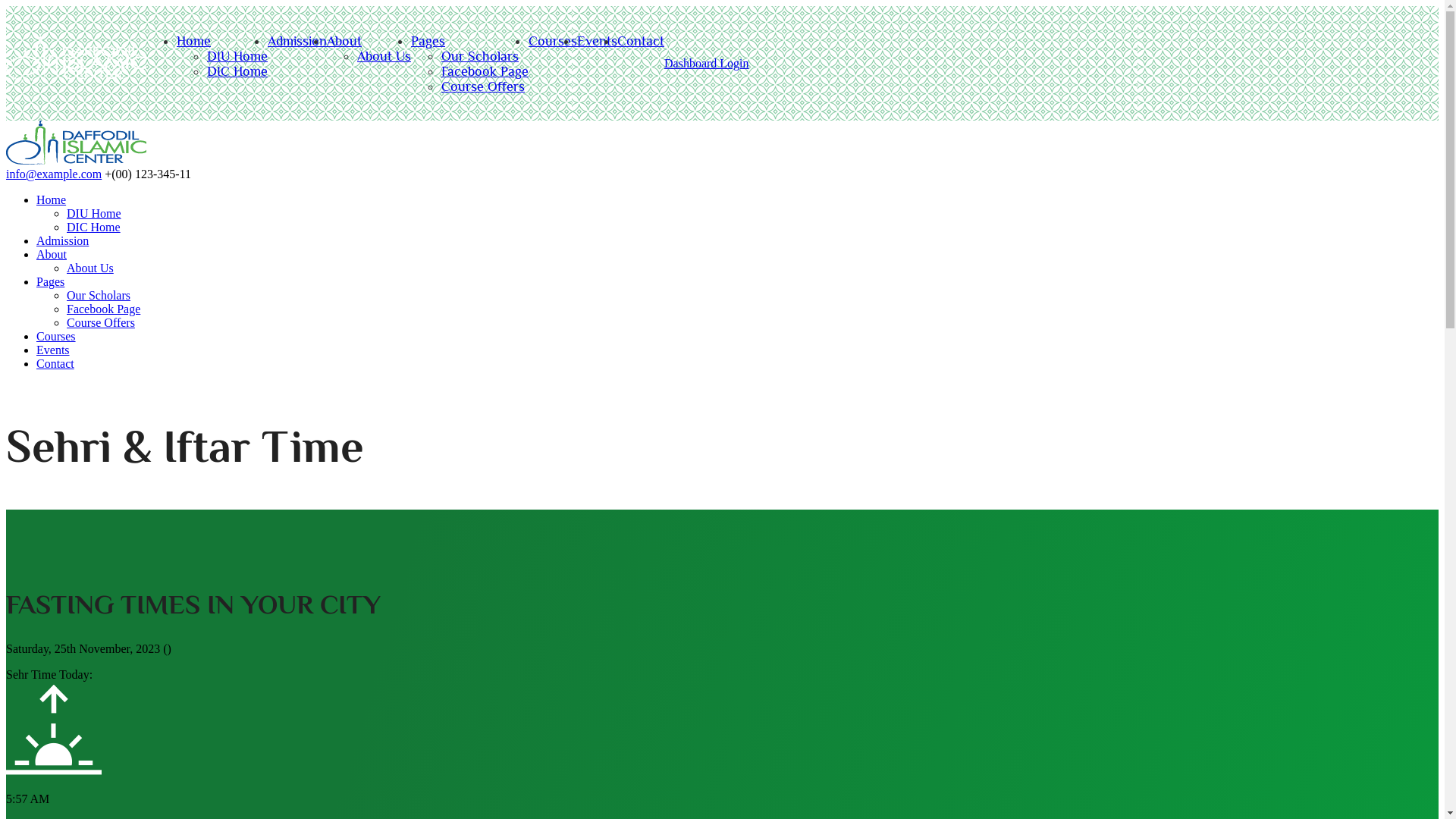 Image resolution: width=1456 pixels, height=819 pixels. Describe the element at coordinates (484, 71) in the screenshot. I see `'Facebook Page'` at that location.